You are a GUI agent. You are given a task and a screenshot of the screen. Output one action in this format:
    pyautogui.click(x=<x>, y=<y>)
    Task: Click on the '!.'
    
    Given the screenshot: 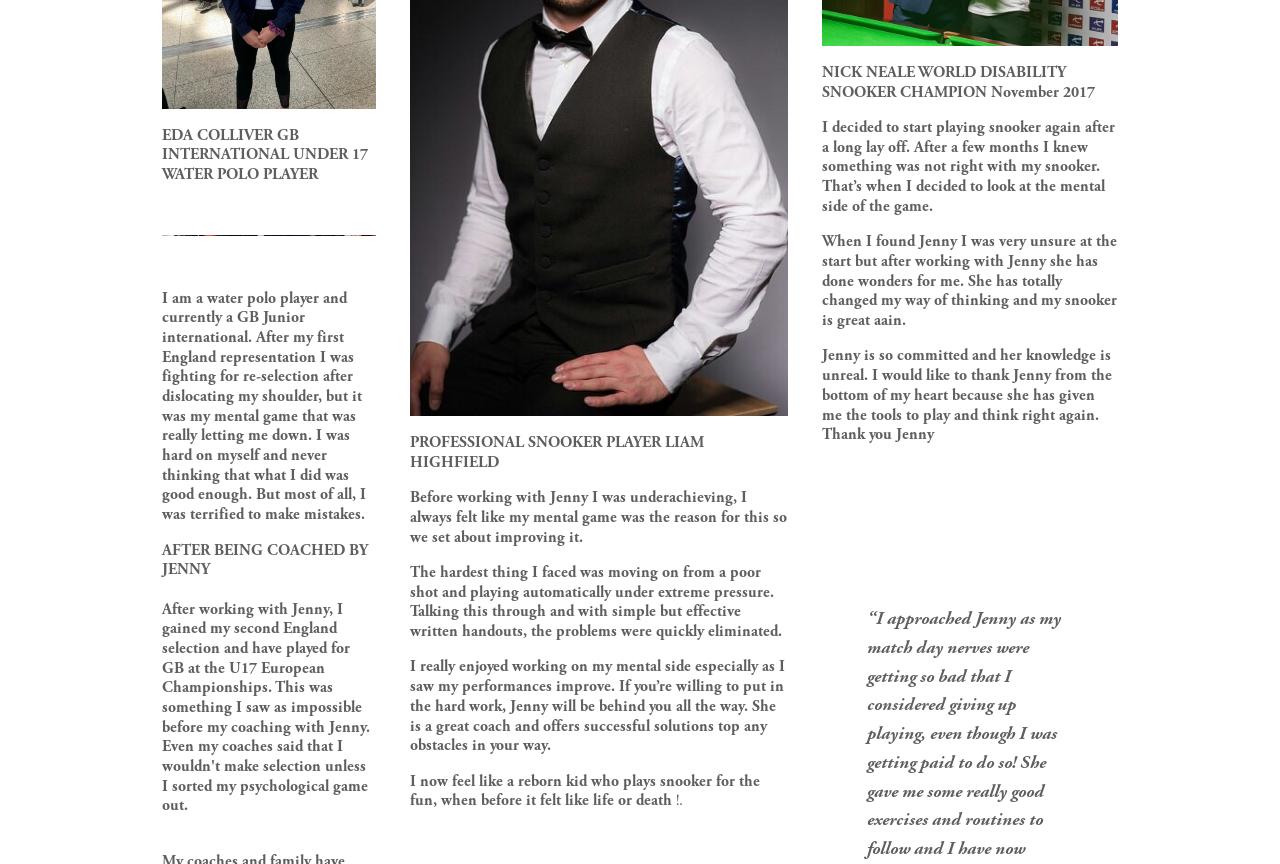 What is the action you would take?
    pyautogui.click(x=676, y=800)
    